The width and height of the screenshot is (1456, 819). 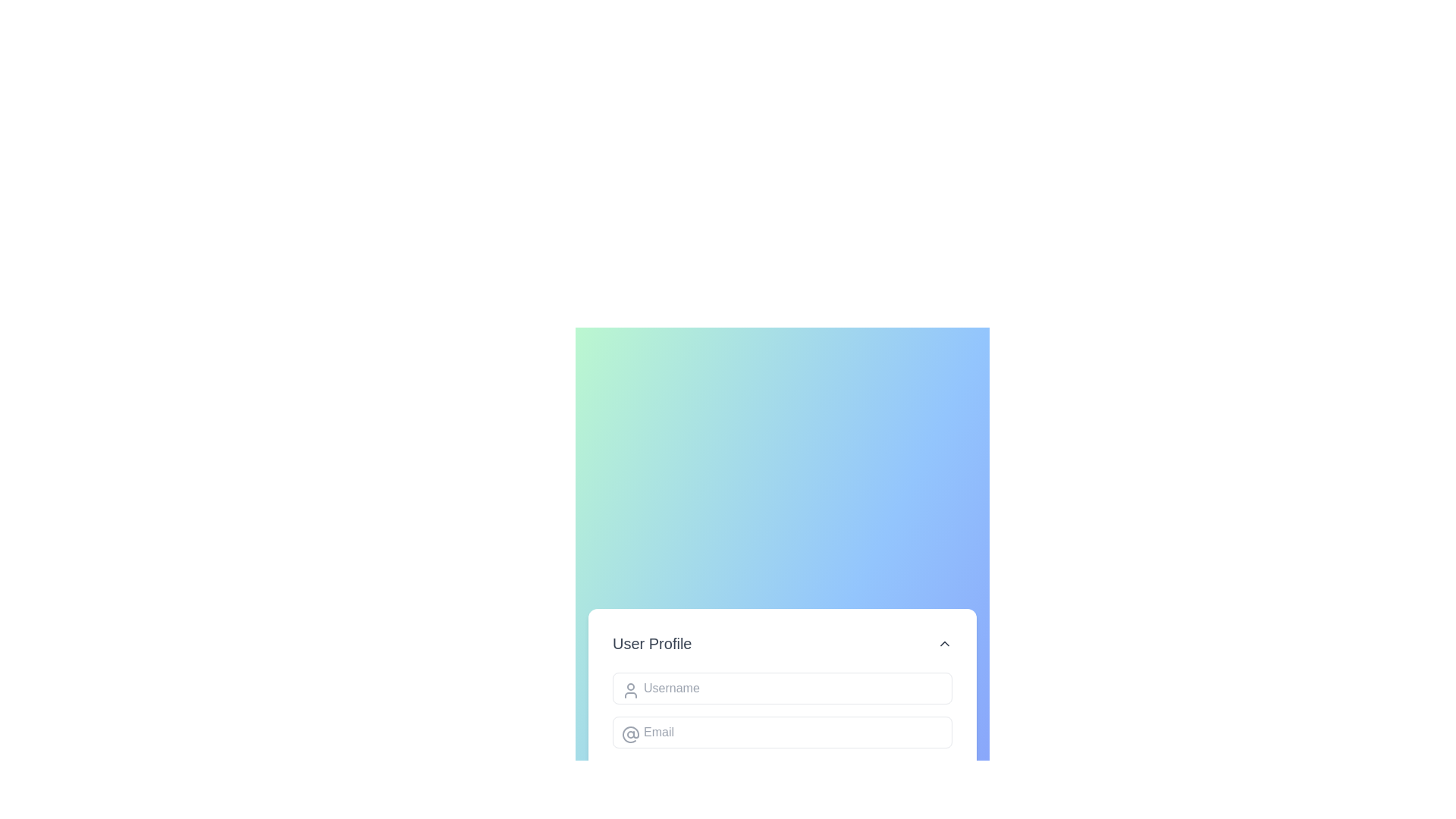 What do you see at coordinates (630, 733) in the screenshot?
I see `the '@' icon element used to signify email, which is positioned near the left edge of the email input field` at bounding box center [630, 733].